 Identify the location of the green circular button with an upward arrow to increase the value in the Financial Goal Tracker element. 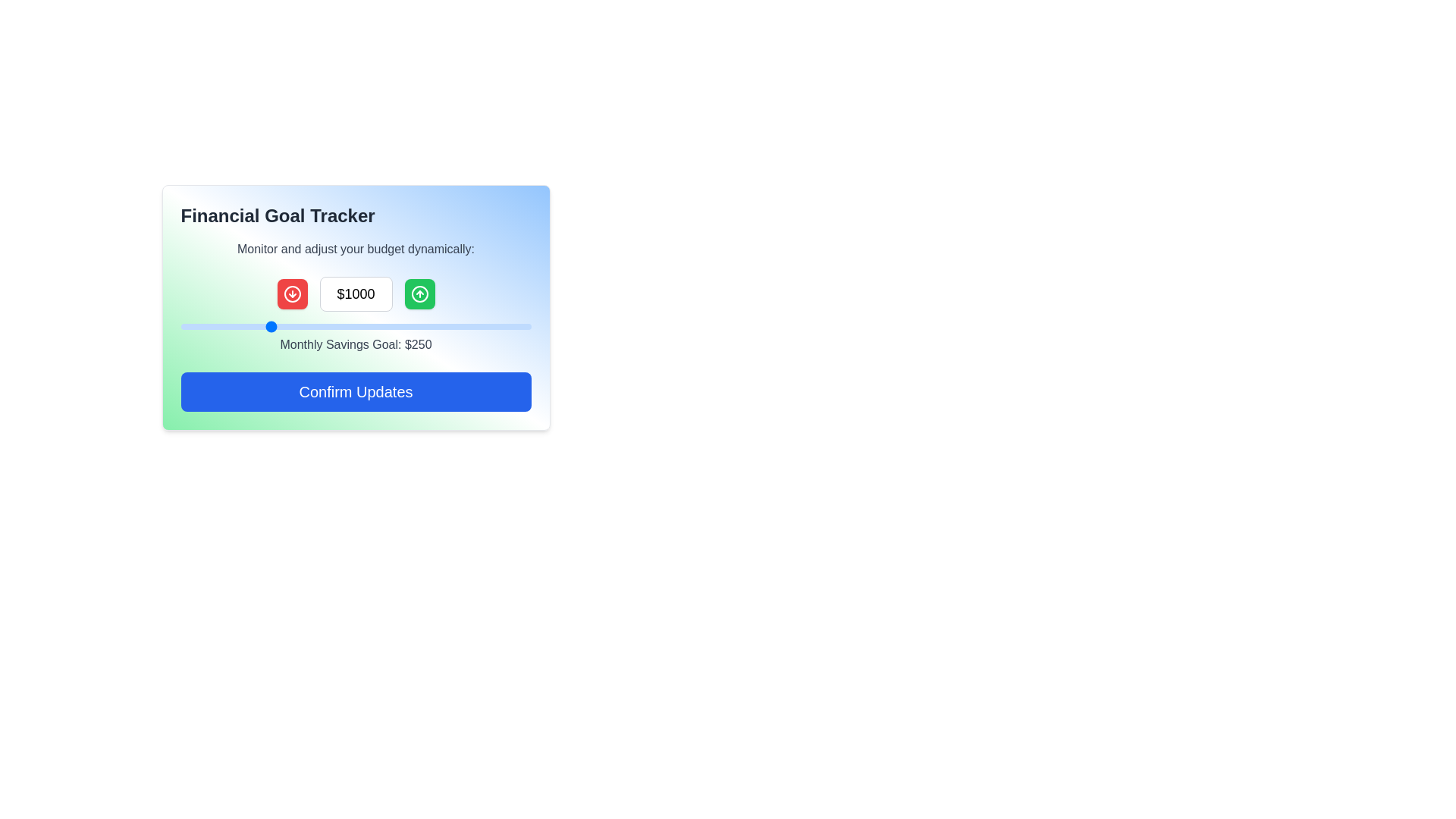
(355, 294).